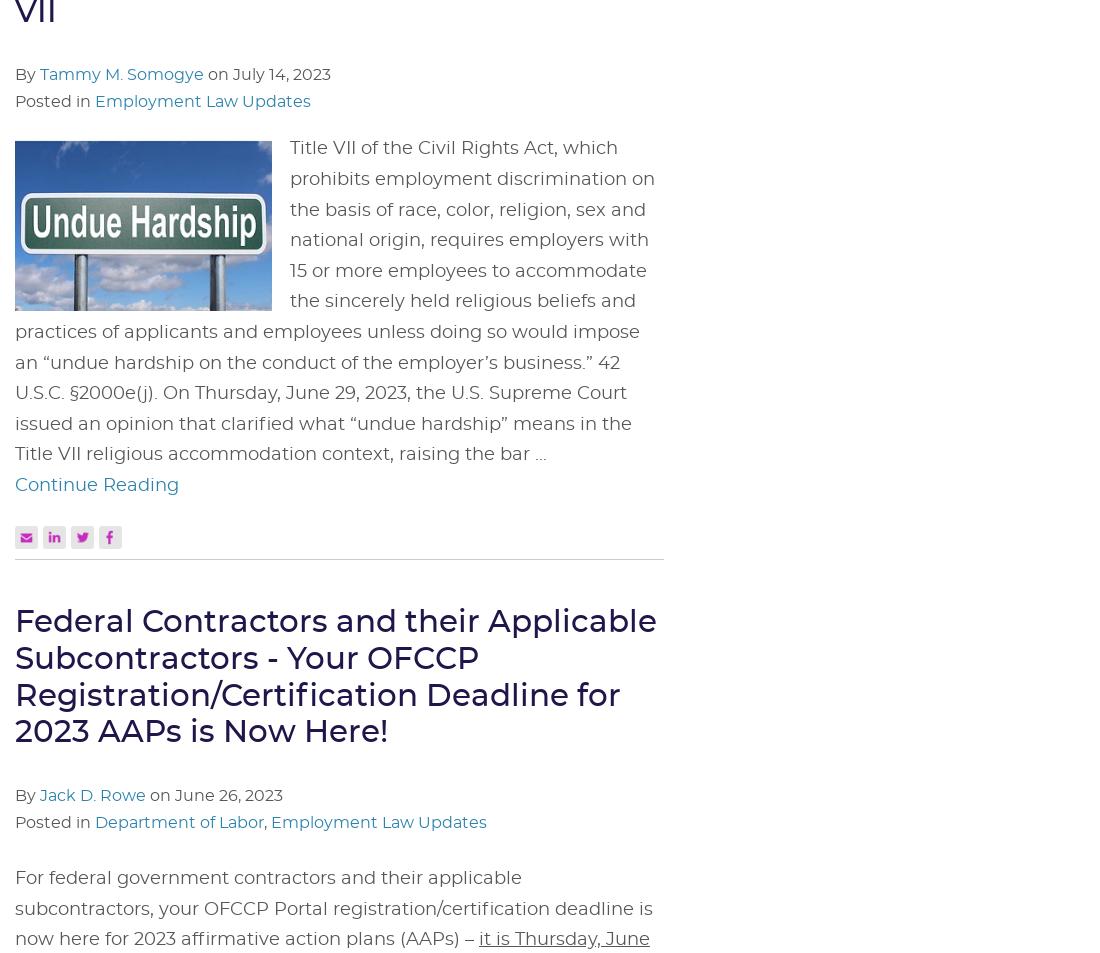 This screenshot has height=953, width=1100. I want to click on 'June 26, 2023', so click(229, 794).